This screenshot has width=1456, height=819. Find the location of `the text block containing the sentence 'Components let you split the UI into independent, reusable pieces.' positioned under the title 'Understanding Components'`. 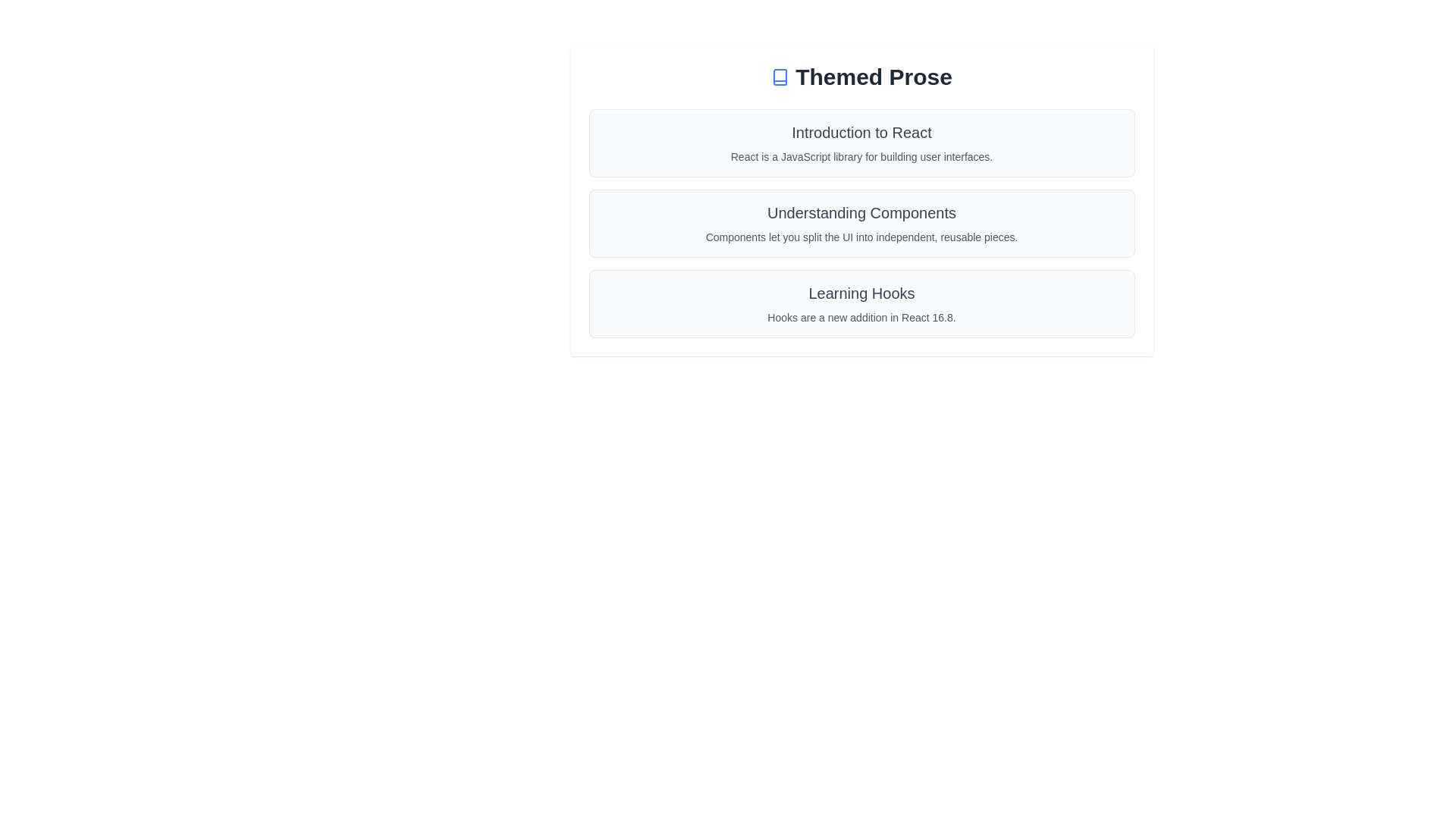

the text block containing the sentence 'Components let you split the UI into independent, reusable pieces.' positioned under the title 'Understanding Components' is located at coordinates (861, 237).